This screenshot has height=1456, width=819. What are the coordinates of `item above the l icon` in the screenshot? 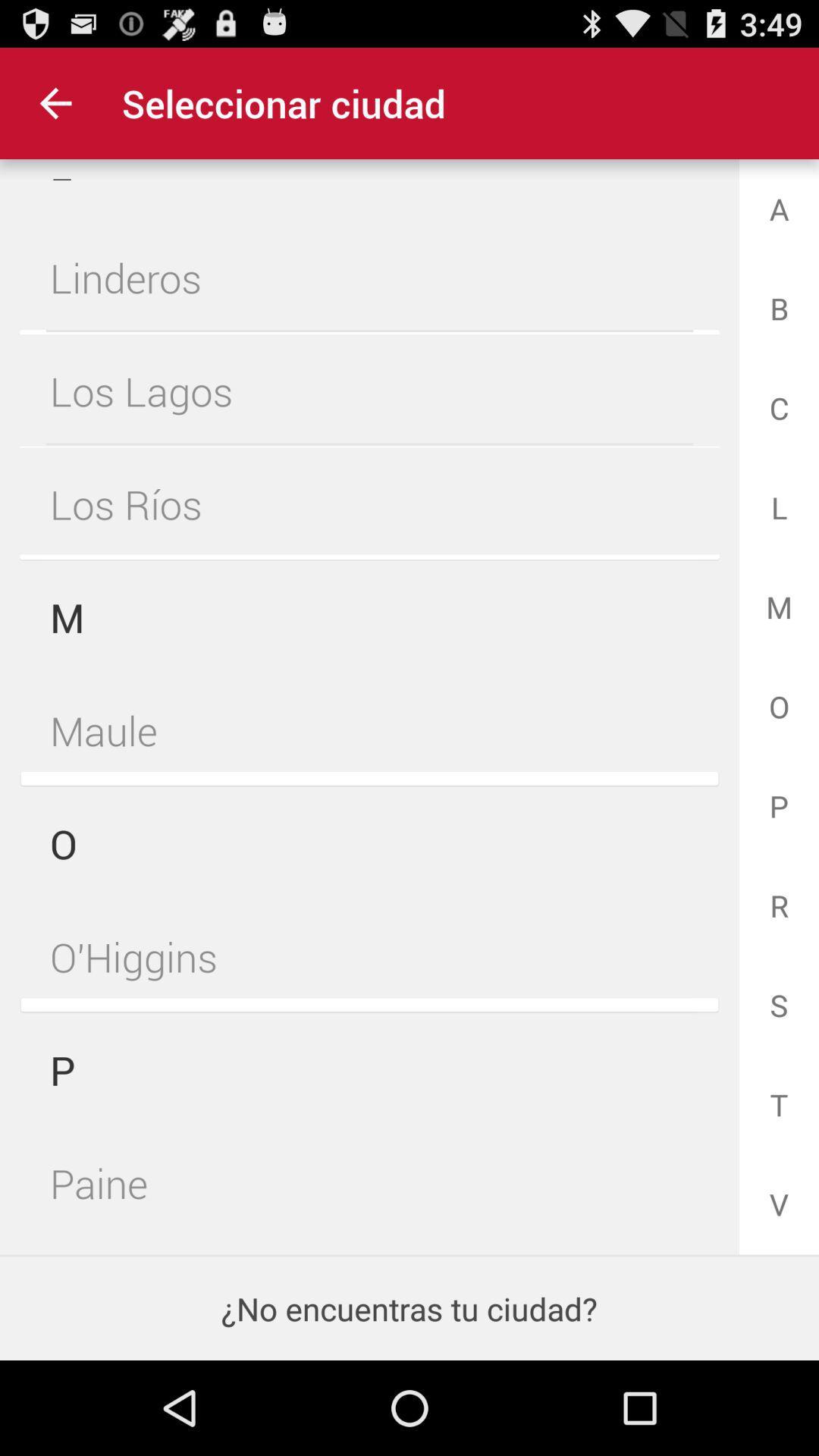 It's located at (55, 102).